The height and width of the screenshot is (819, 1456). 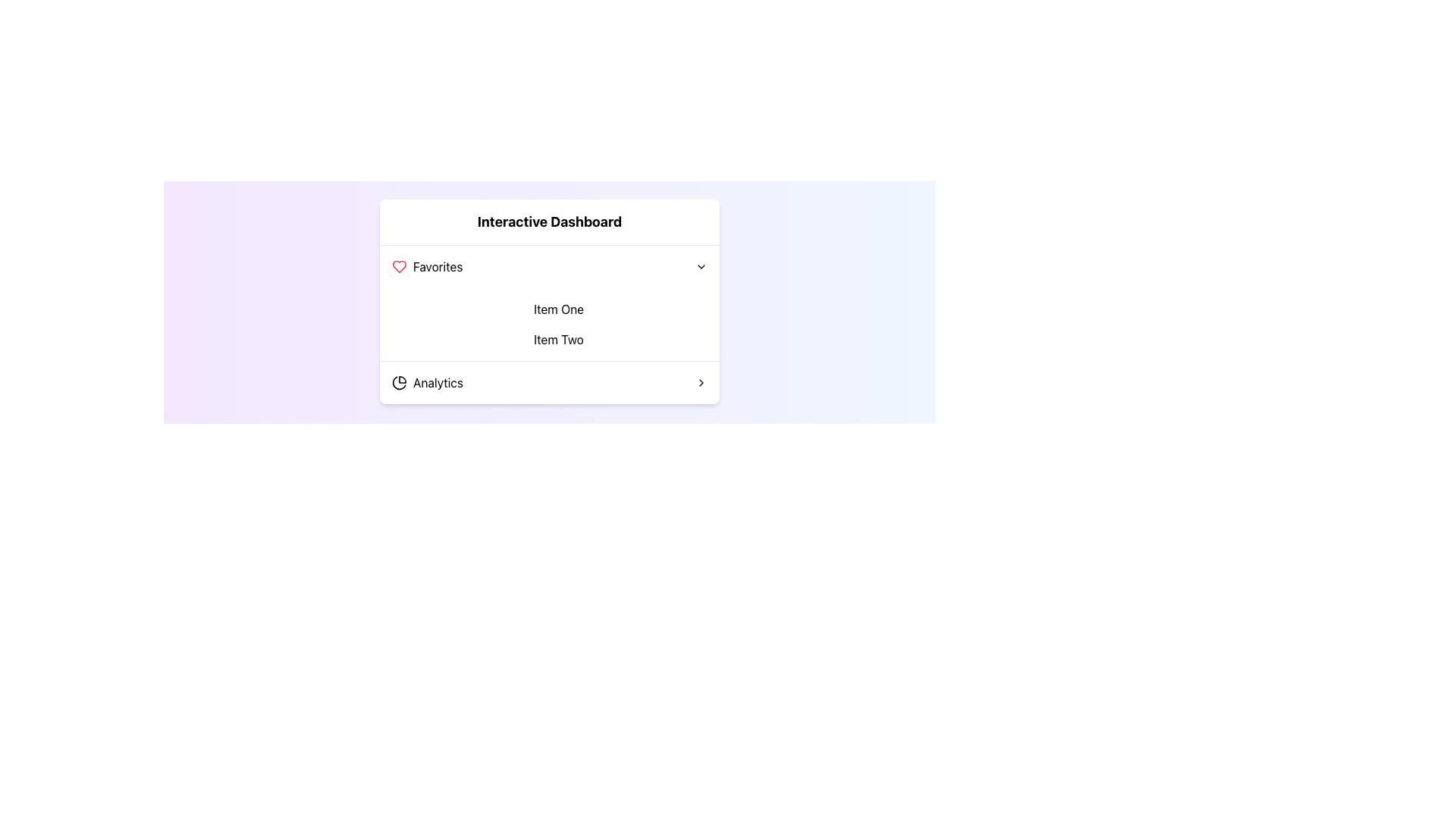 What do you see at coordinates (400, 265) in the screenshot?
I see `the 'Favorites' SVG icon located to the left of the 'Favorites' label in the top section of the 'Interactive Dashboard' card component` at bounding box center [400, 265].